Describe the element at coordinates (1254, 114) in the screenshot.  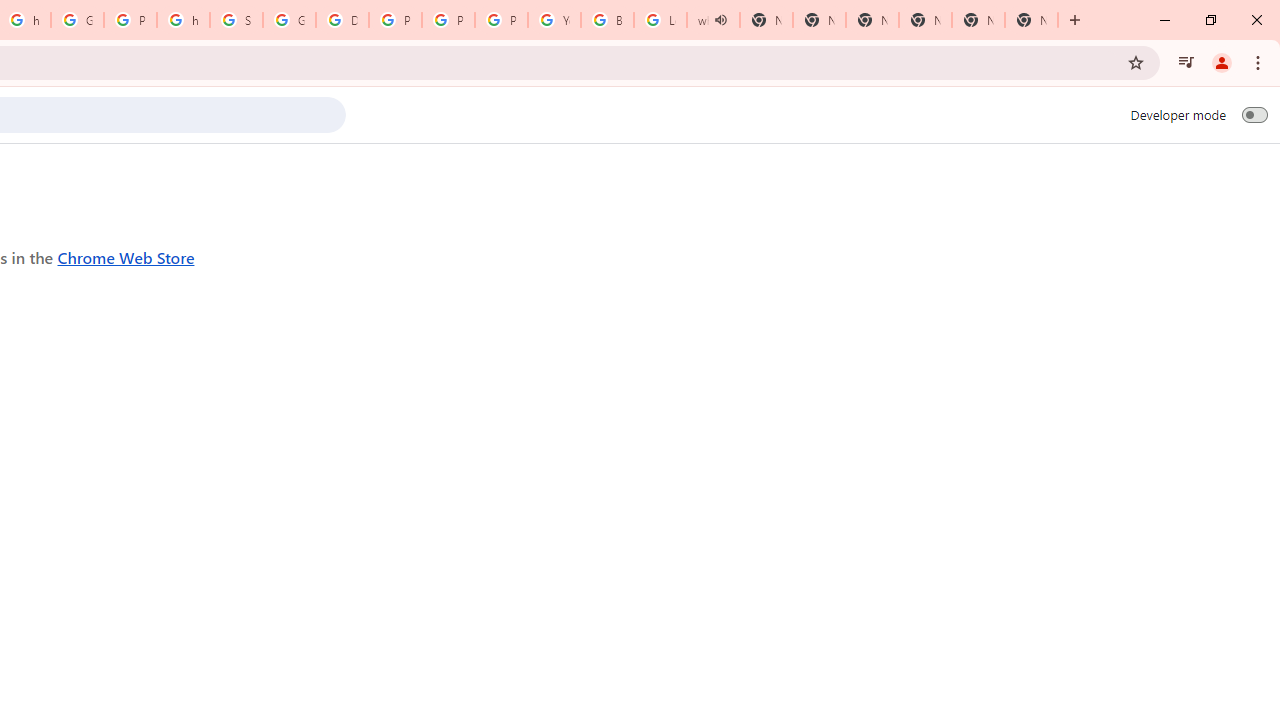
I see `'Developer mode'` at that location.